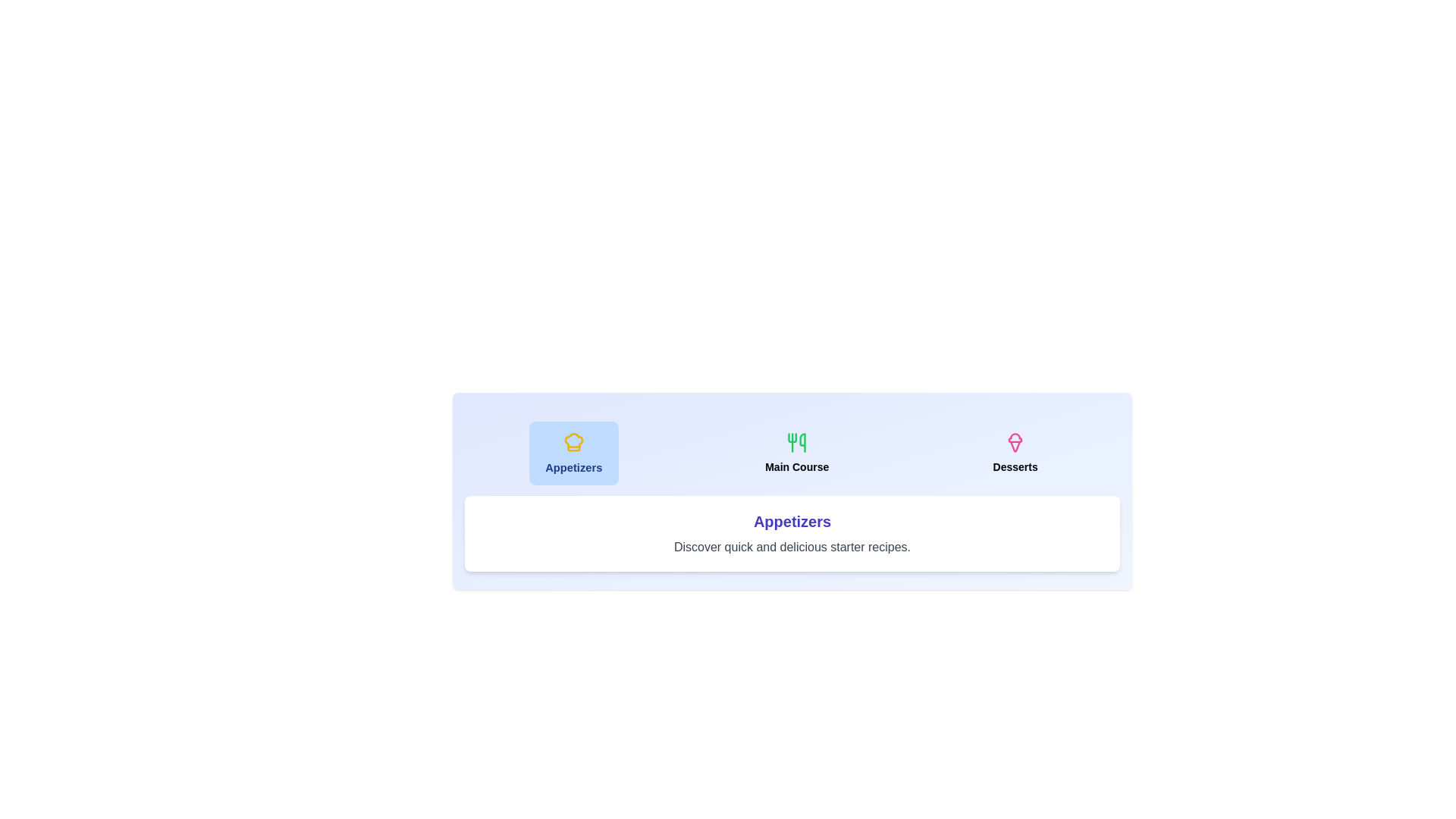  Describe the element at coordinates (573, 452) in the screenshot. I see `the tab labeled Appetizers to display its associated category` at that location.